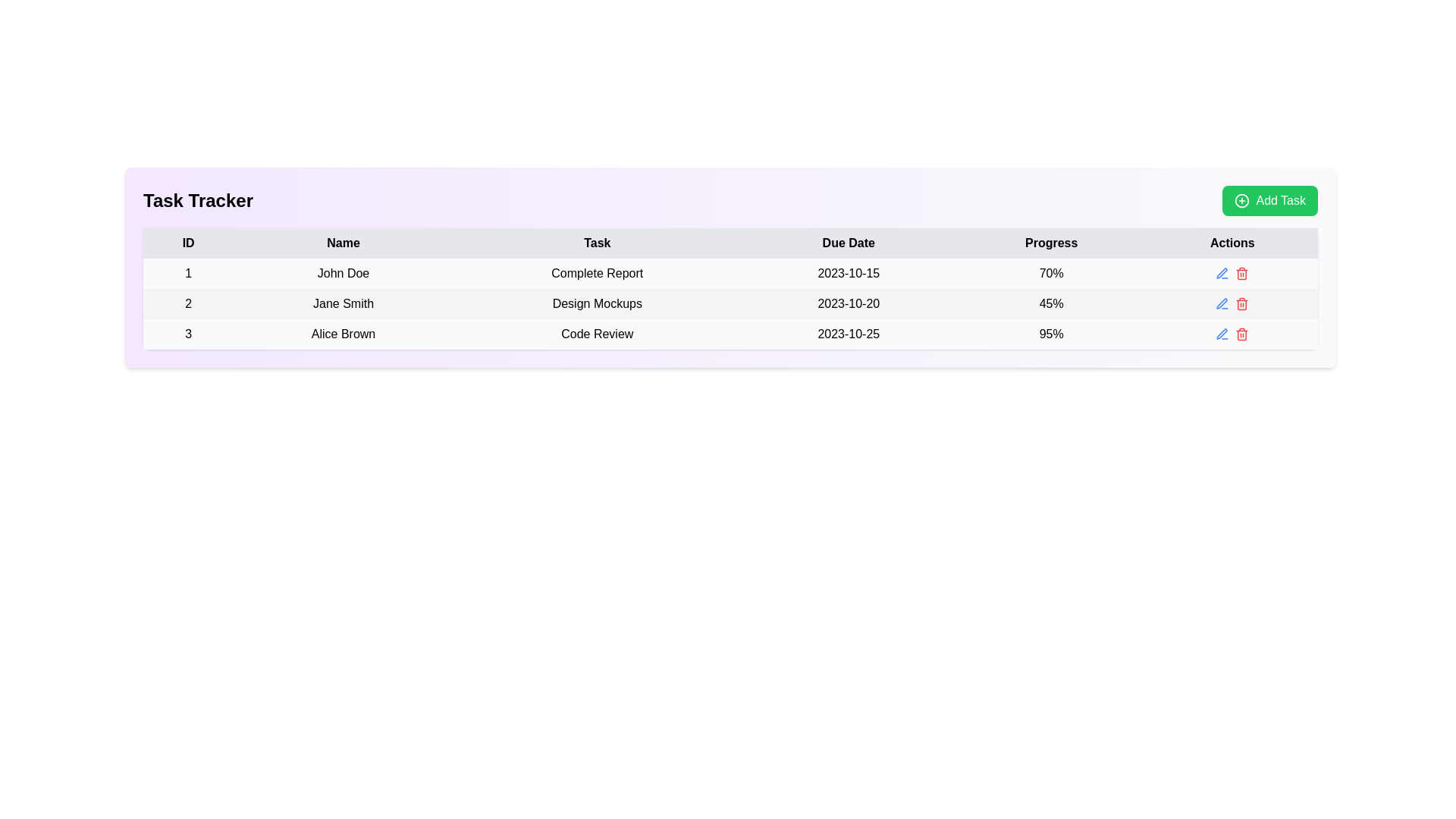 This screenshot has height=819, width=1456. Describe the element at coordinates (730, 304) in the screenshot. I see `the task information row in the task tracker that is the second entry, positioned between rows for 'John Doe' and 'Alice Brown'` at that location.